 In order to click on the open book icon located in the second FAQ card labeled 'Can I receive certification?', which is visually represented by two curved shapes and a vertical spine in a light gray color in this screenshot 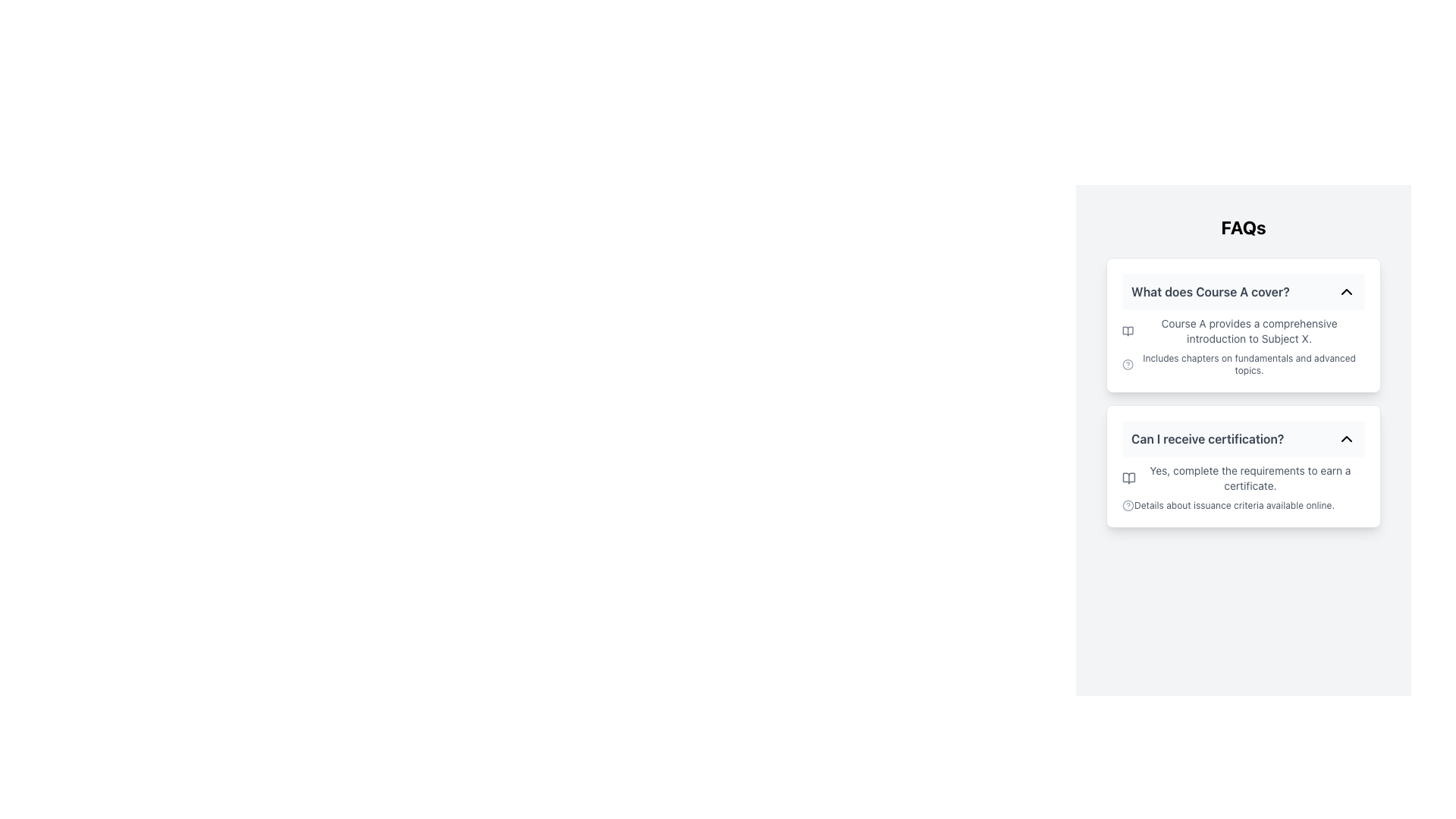, I will do `click(1128, 479)`.